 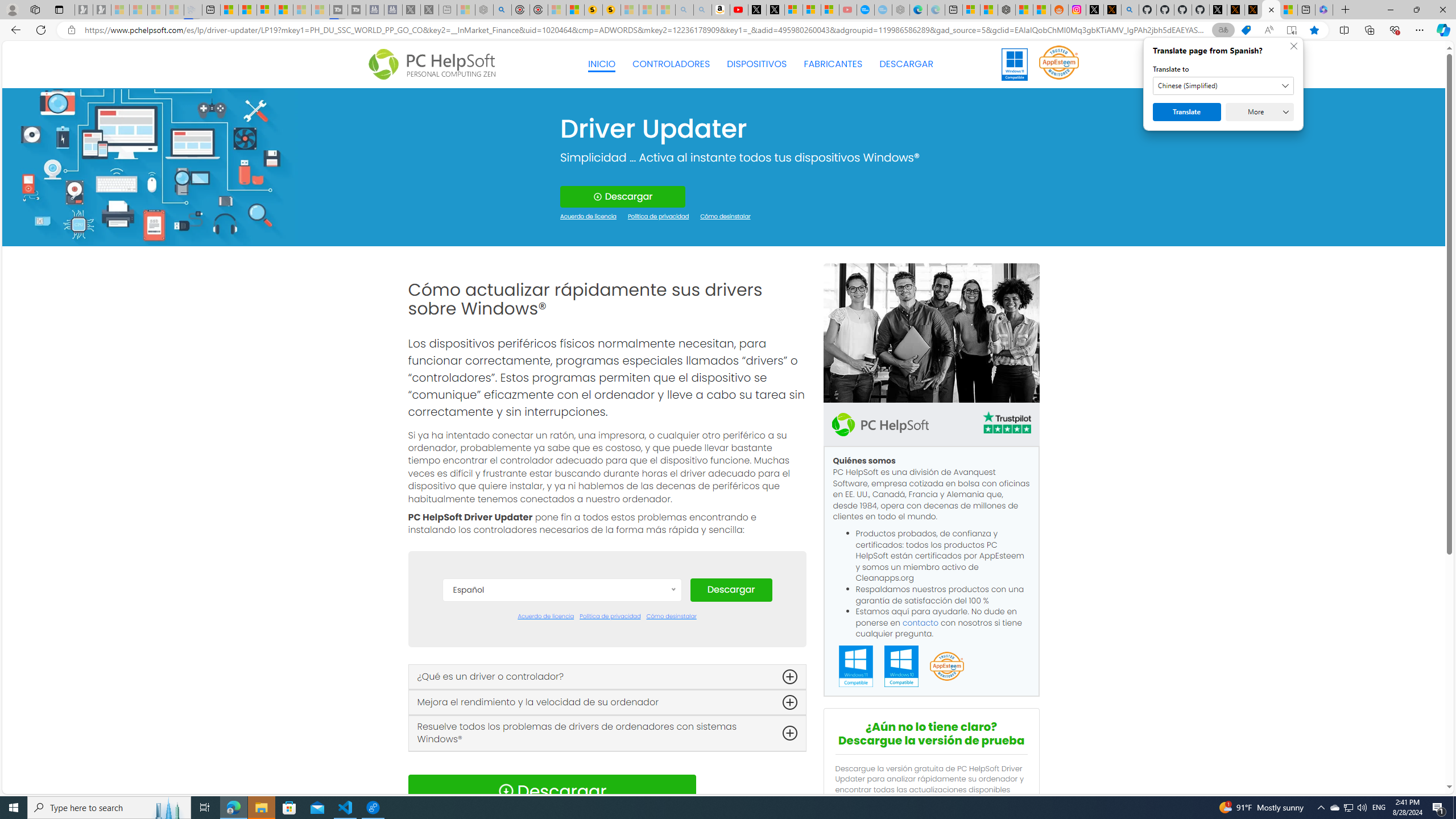 What do you see at coordinates (702, 9) in the screenshot?
I see `'Amazon Echo Dot PNG - Search Images - Sleeping'` at bounding box center [702, 9].